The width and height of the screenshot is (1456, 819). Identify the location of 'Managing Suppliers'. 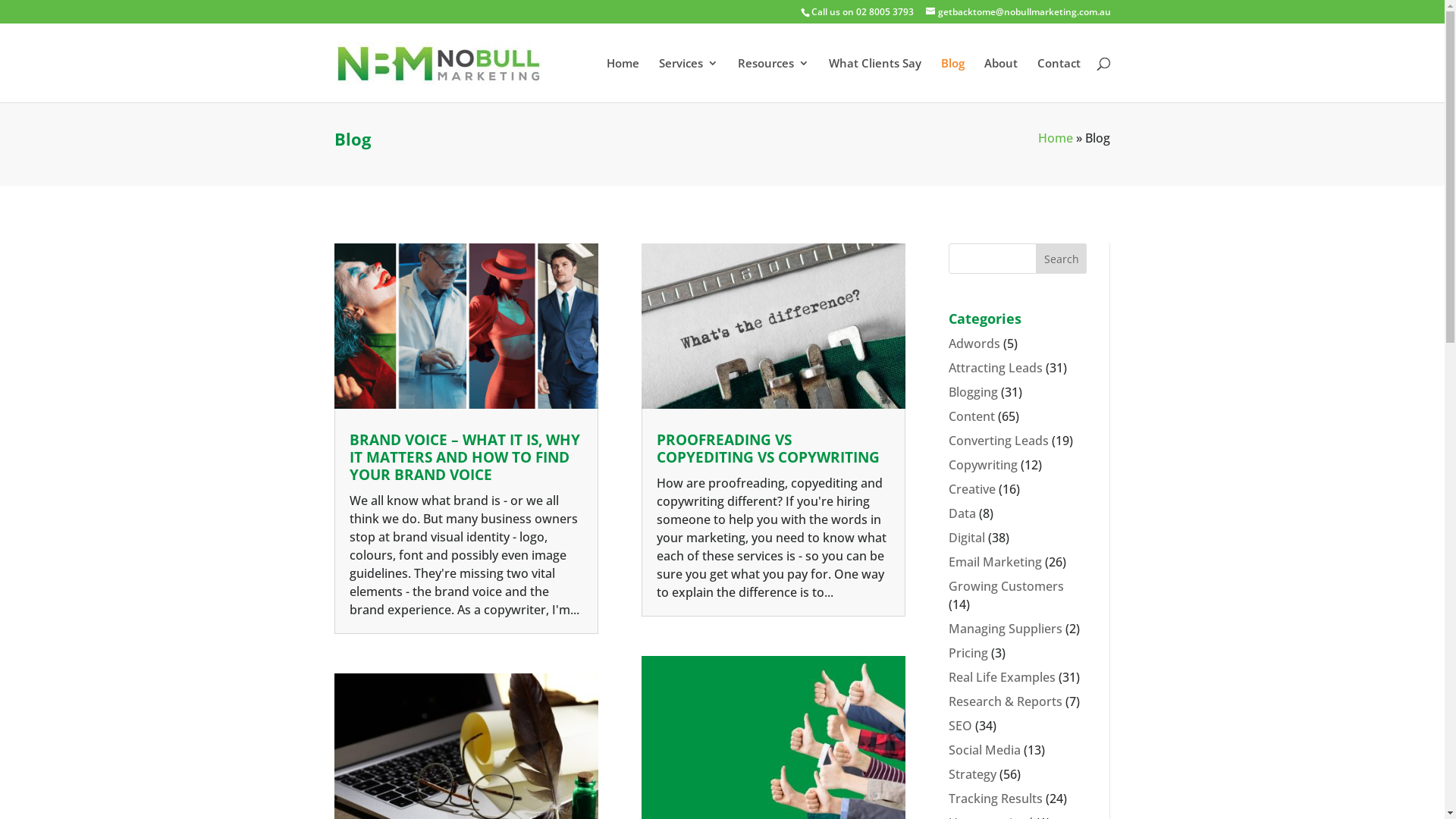
(948, 629).